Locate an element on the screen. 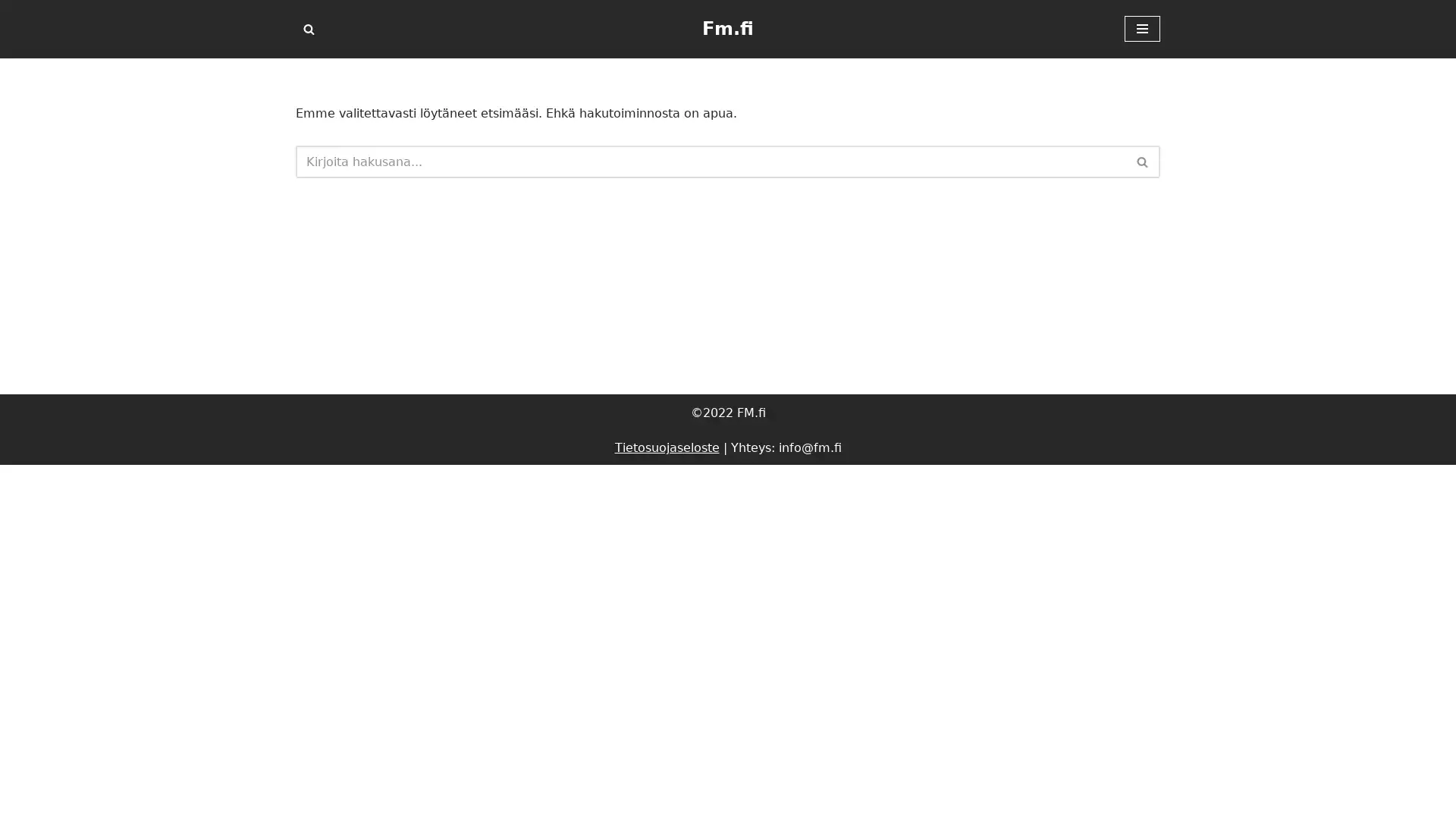 Image resolution: width=1456 pixels, height=819 pixels. Etsi is located at coordinates (308, 28).